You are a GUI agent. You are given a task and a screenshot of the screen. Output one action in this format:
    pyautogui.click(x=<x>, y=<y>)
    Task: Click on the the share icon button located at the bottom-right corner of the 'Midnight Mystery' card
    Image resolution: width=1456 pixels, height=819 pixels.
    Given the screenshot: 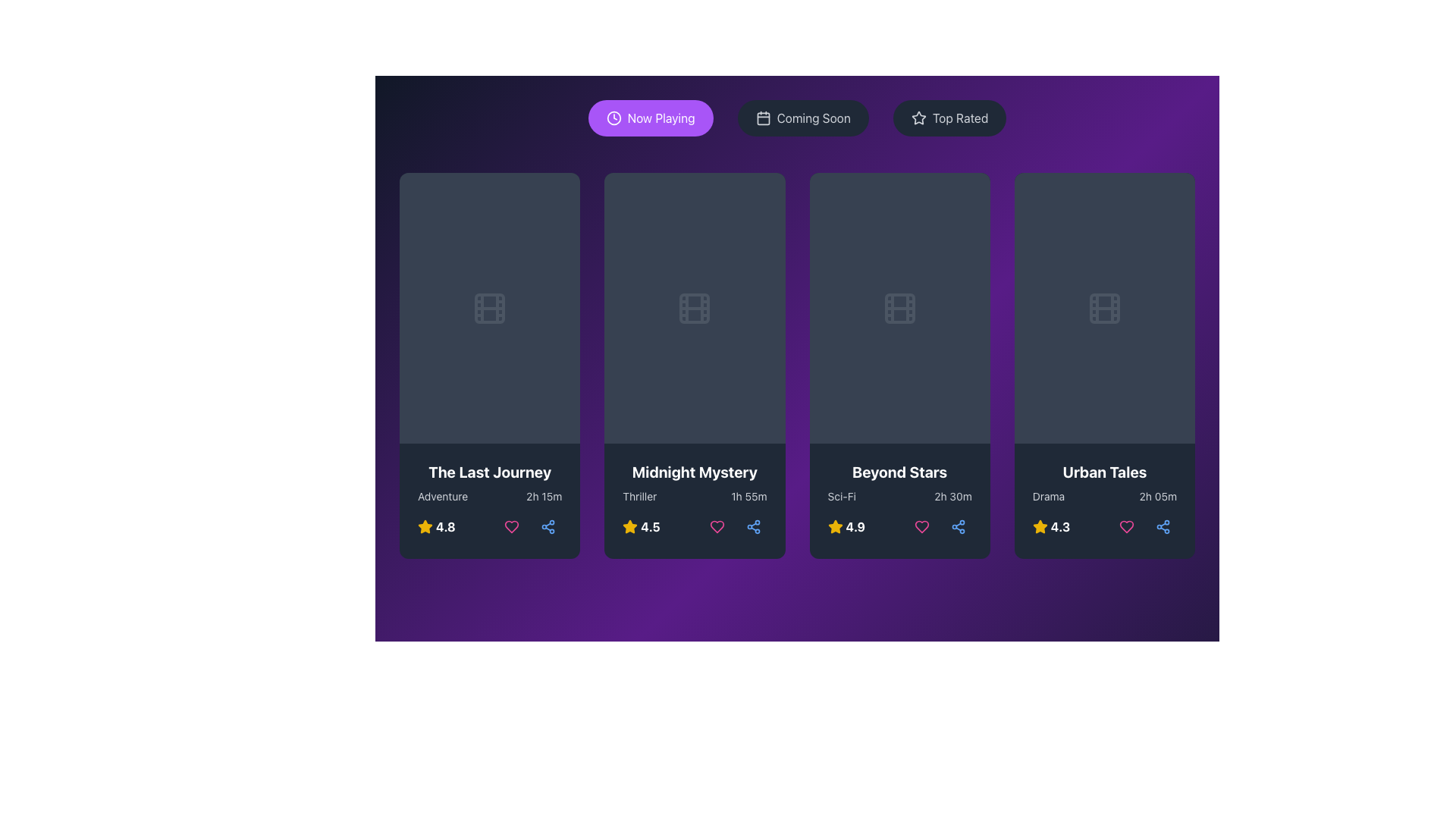 What is the action you would take?
    pyautogui.click(x=753, y=526)
    